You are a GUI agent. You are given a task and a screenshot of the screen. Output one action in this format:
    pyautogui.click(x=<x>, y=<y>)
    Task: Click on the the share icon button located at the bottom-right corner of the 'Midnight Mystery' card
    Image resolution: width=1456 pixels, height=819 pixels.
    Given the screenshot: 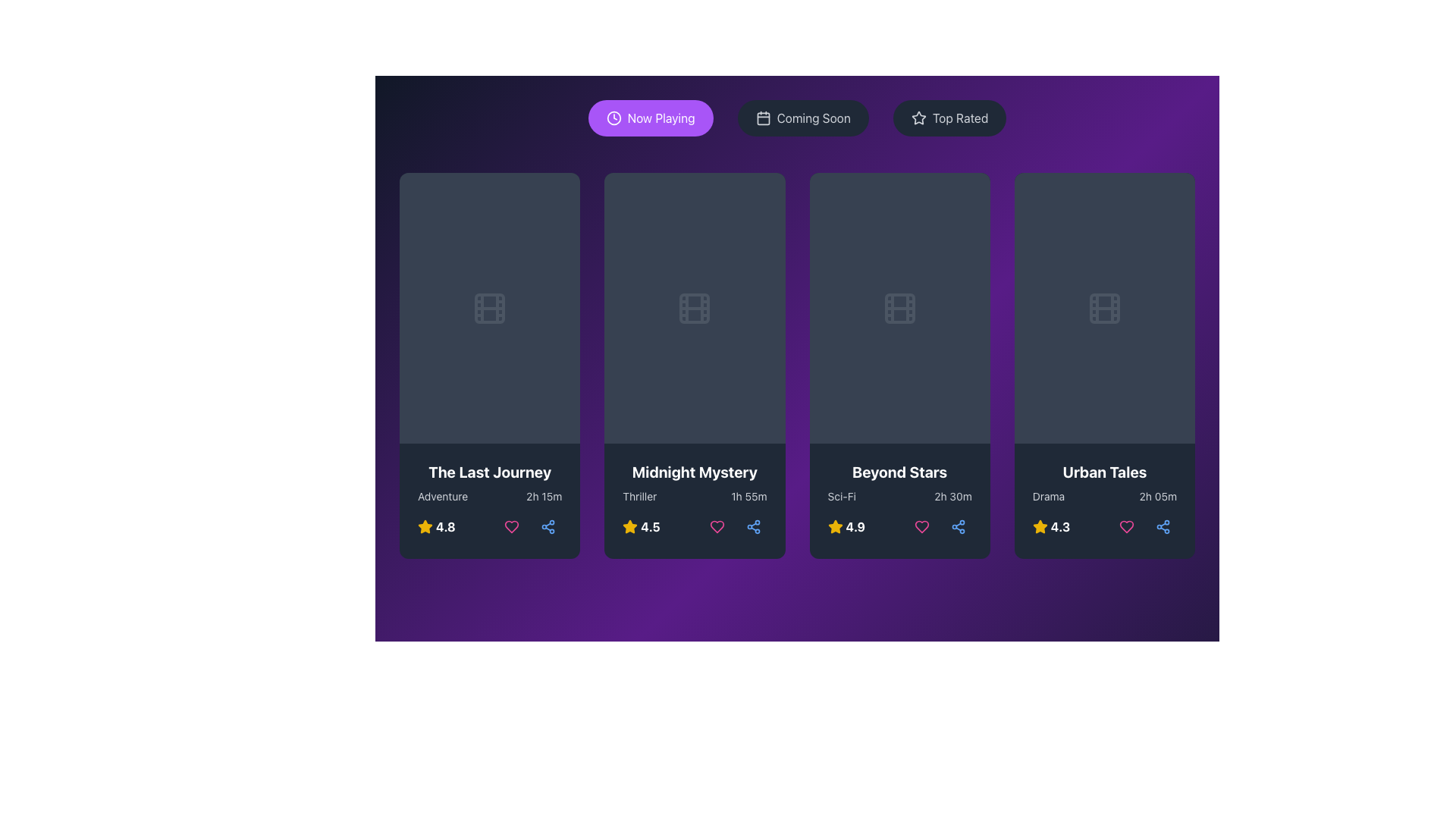 What is the action you would take?
    pyautogui.click(x=753, y=526)
    